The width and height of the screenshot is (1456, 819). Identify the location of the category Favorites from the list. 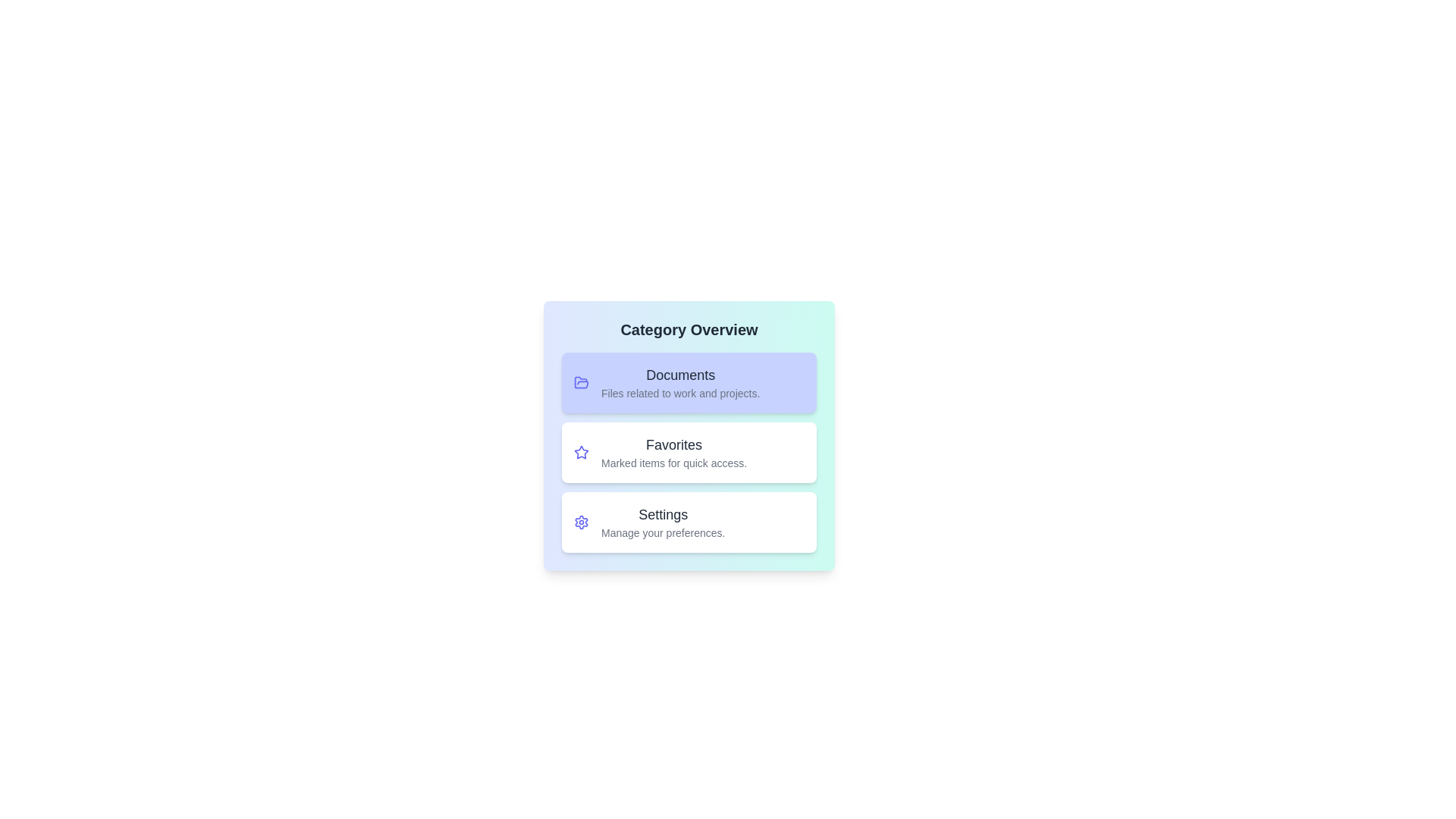
(688, 452).